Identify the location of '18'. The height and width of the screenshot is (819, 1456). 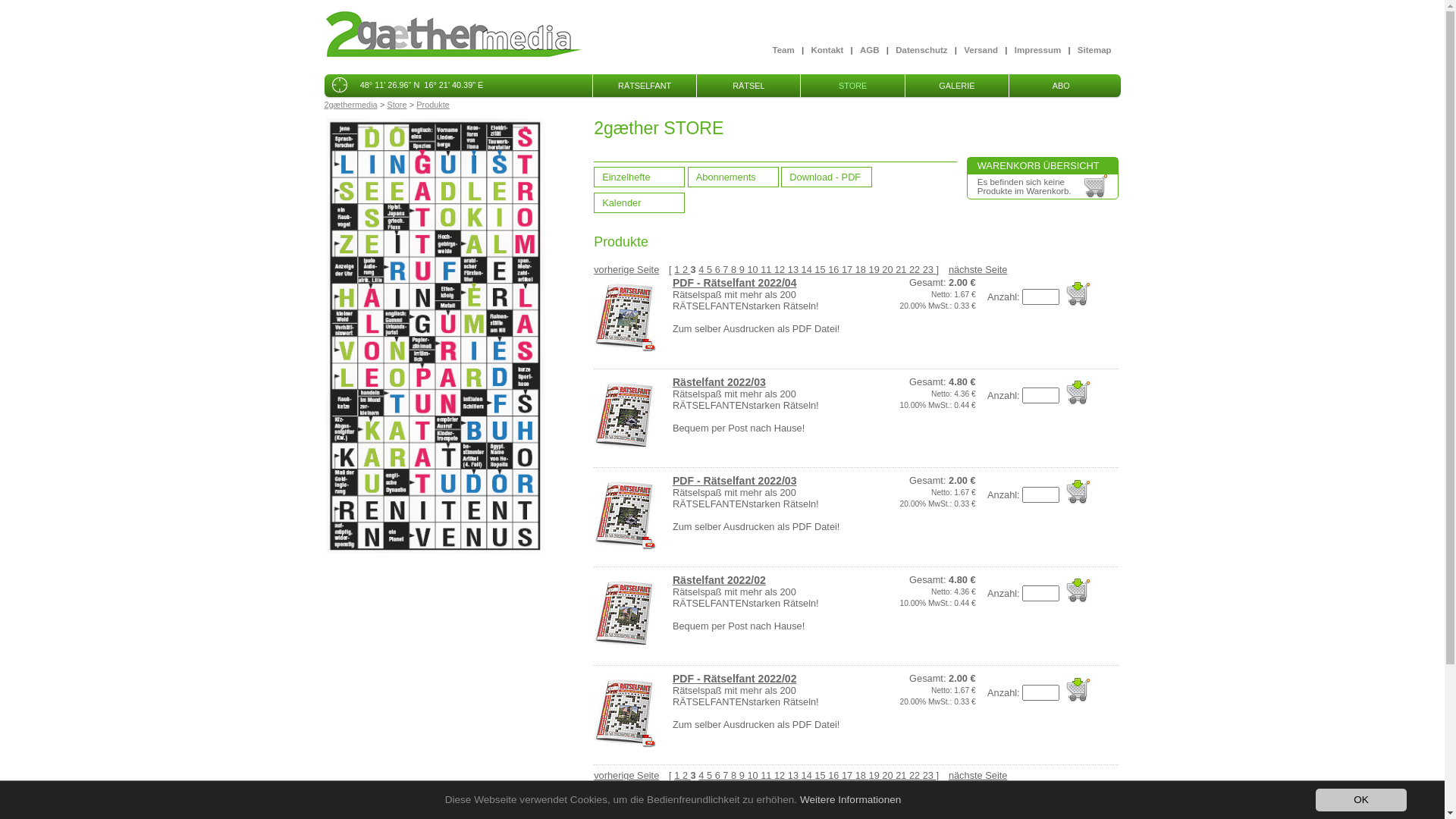
(862, 268).